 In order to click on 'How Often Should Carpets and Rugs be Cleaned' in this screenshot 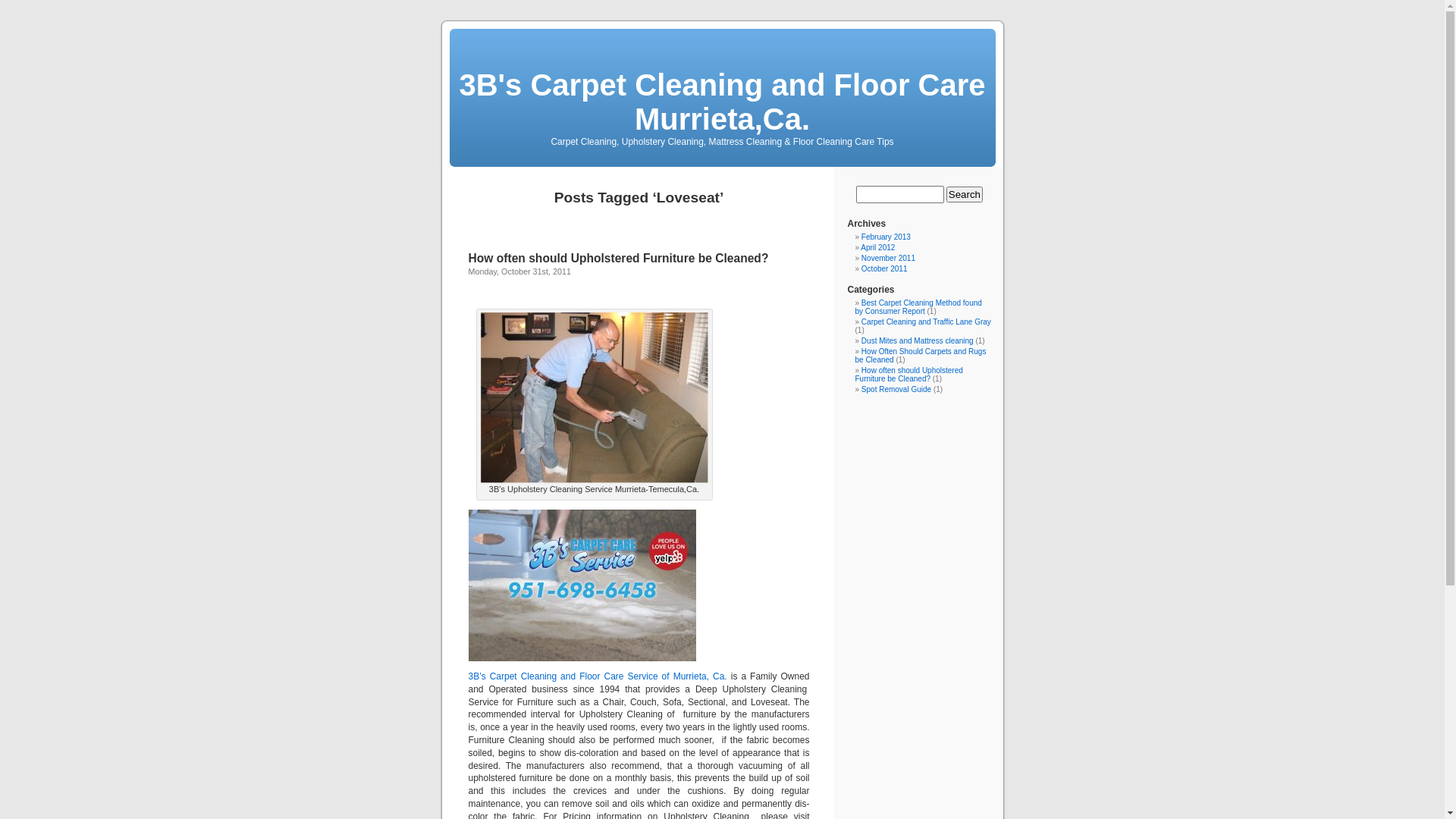, I will do `click(920, 356)`.